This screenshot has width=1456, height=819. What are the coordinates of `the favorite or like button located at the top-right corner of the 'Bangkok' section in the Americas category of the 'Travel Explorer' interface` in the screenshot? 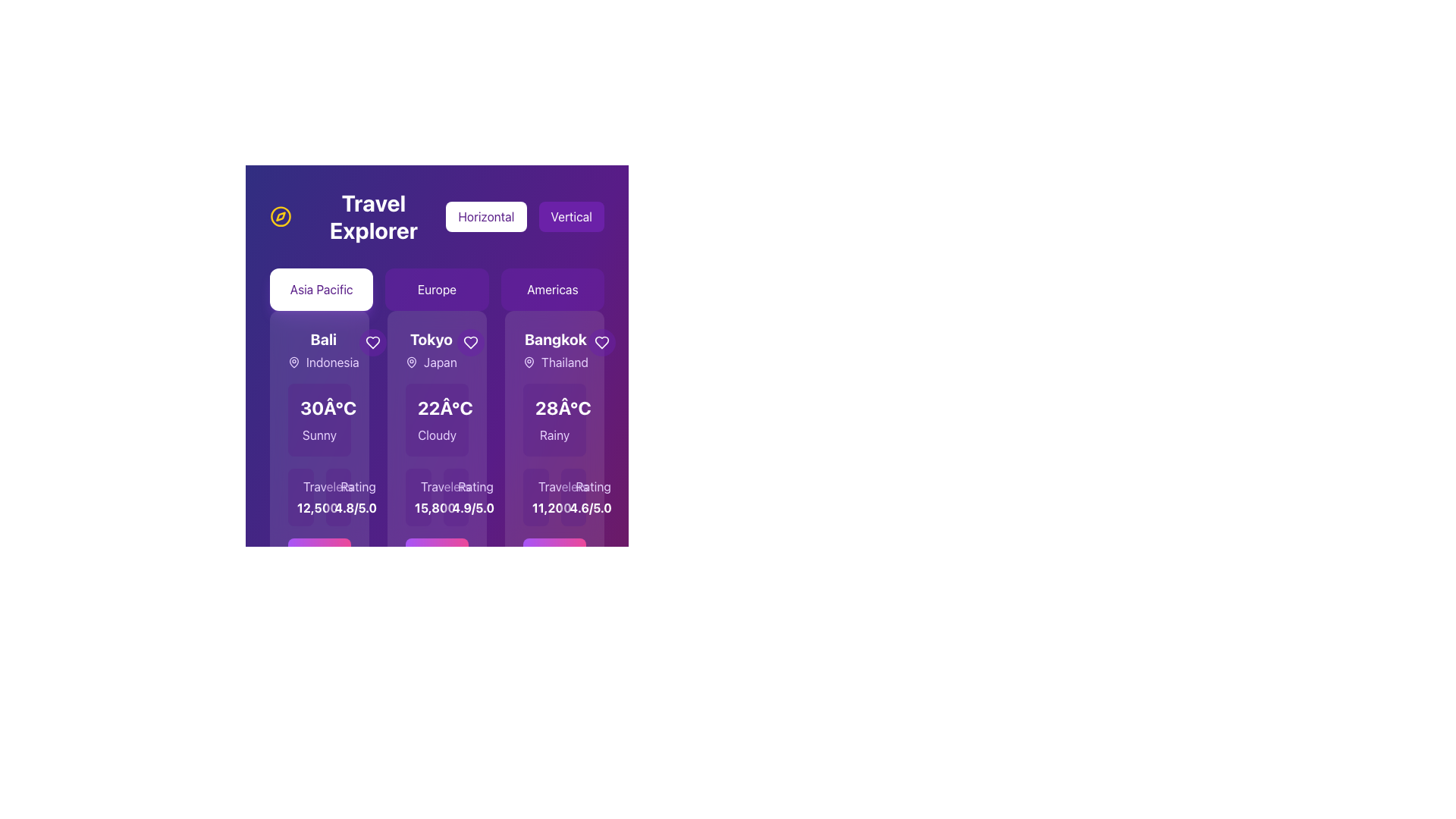 It's located at (601, 342).